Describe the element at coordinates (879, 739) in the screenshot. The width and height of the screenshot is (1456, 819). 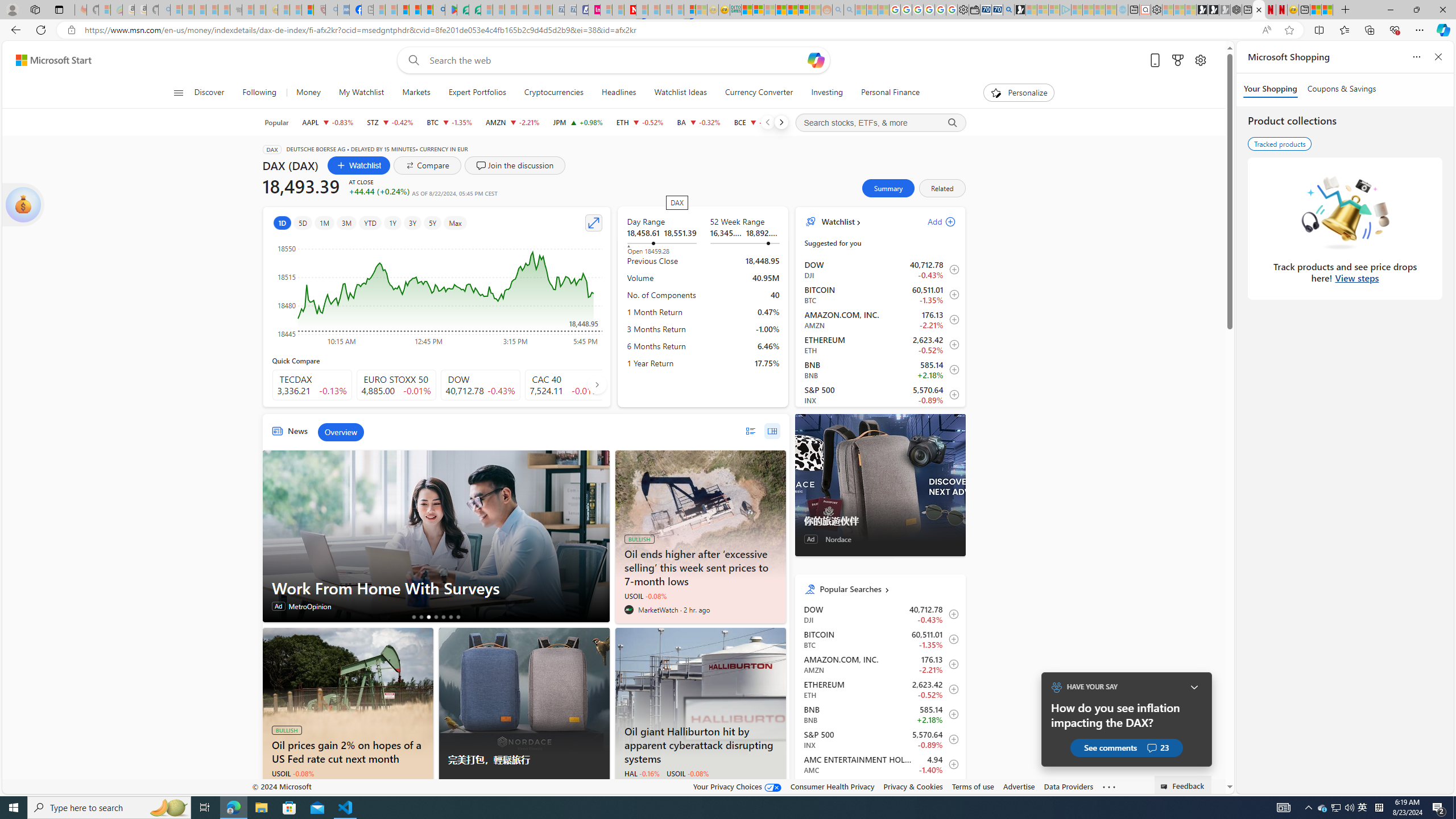
I see `'INX S&P 500 decrease 5,570.64 -50.21 -0.89% itemundefined'` at that location.